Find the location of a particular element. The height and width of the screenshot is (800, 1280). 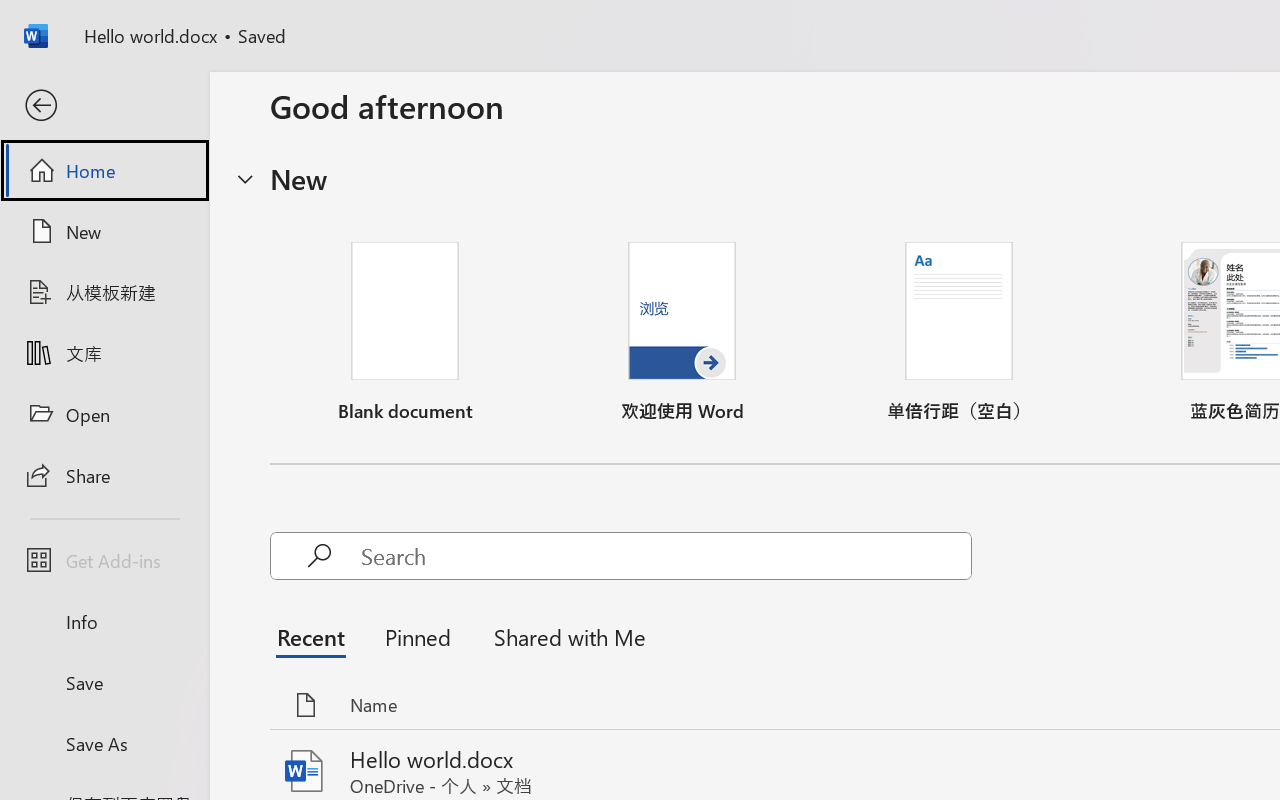

'Save As' is located at coordinates (103, 743).